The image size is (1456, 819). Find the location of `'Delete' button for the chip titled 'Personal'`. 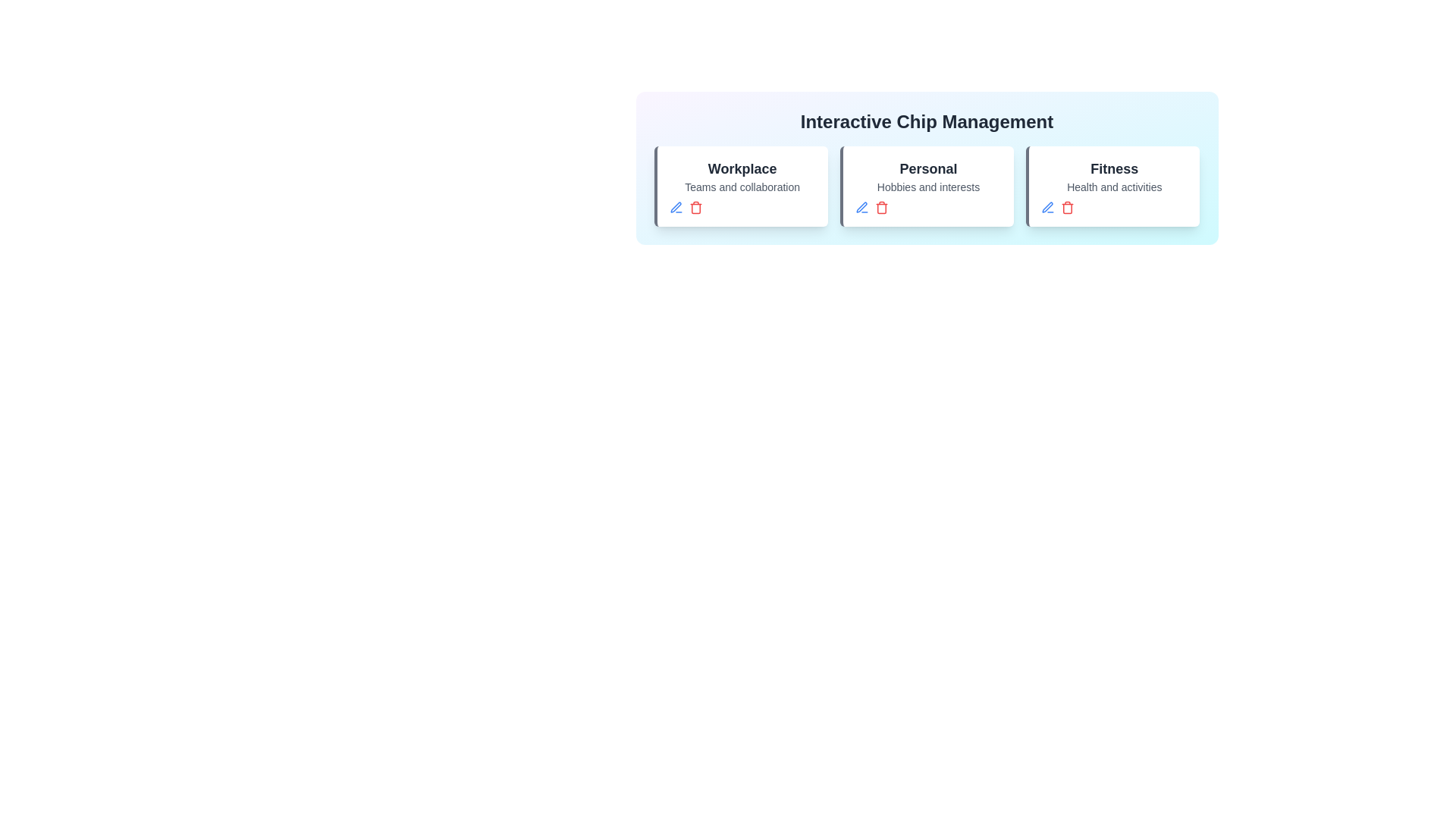

'Delete' button for the chip titled 'Personal' is located at coordinates (881, 207).